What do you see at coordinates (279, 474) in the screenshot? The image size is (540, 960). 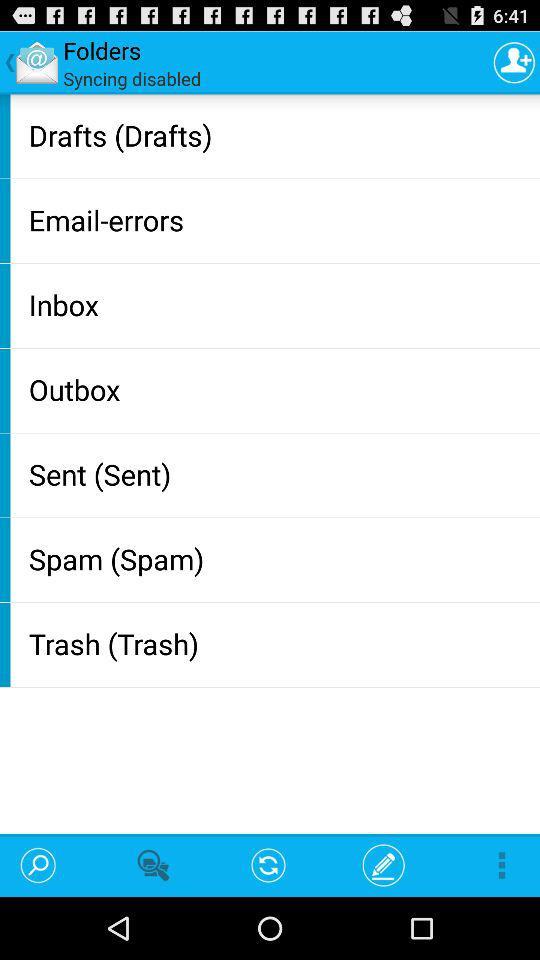 I see `the app below outbox item` at bounding box center [279, 474].